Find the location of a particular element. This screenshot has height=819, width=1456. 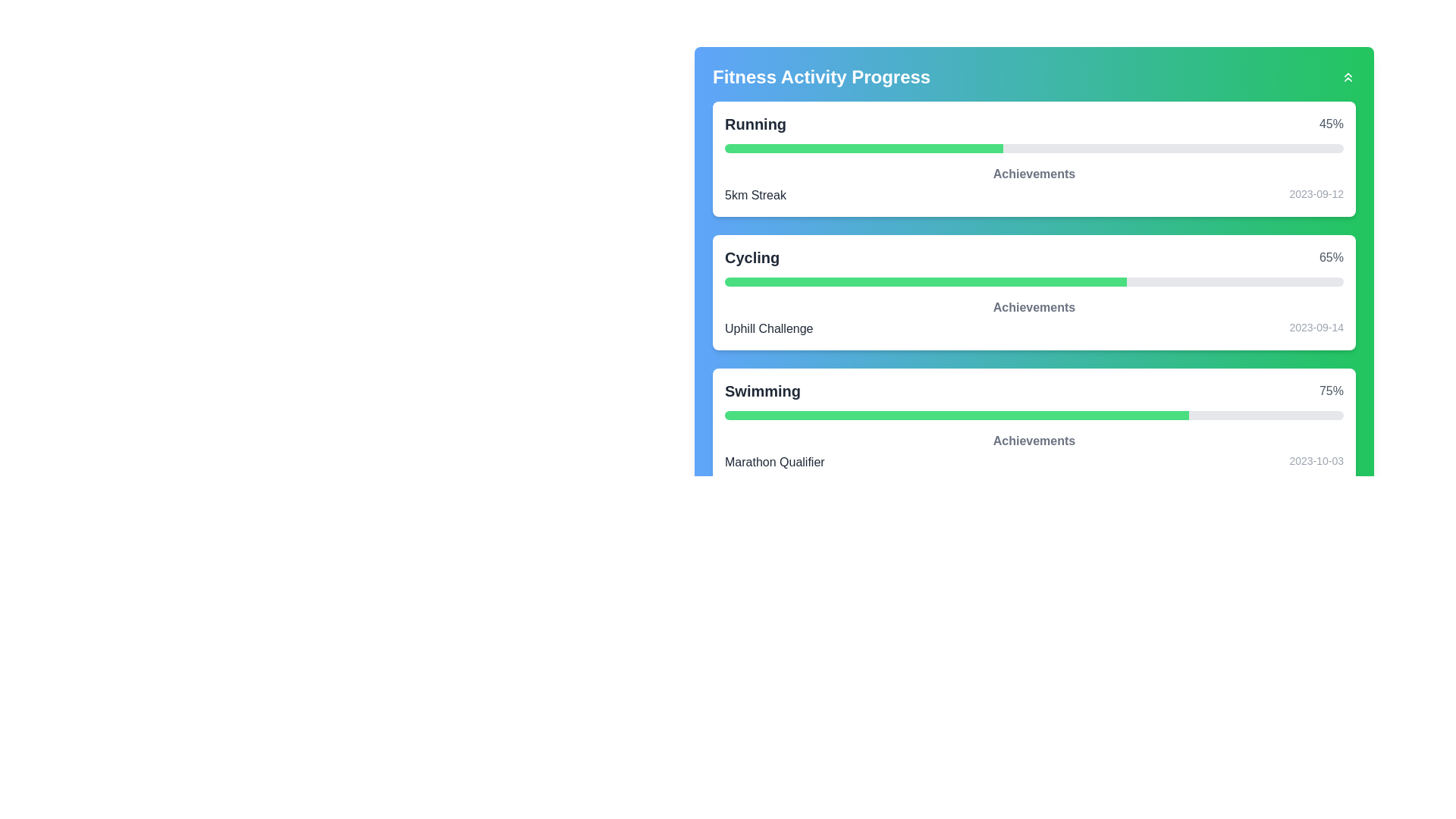

the progress bar representing the user's swimming activity, which shows a completion percentage of 75% and is the third item in the vertical list of progress metrics is located at coordinates (1033, 426).